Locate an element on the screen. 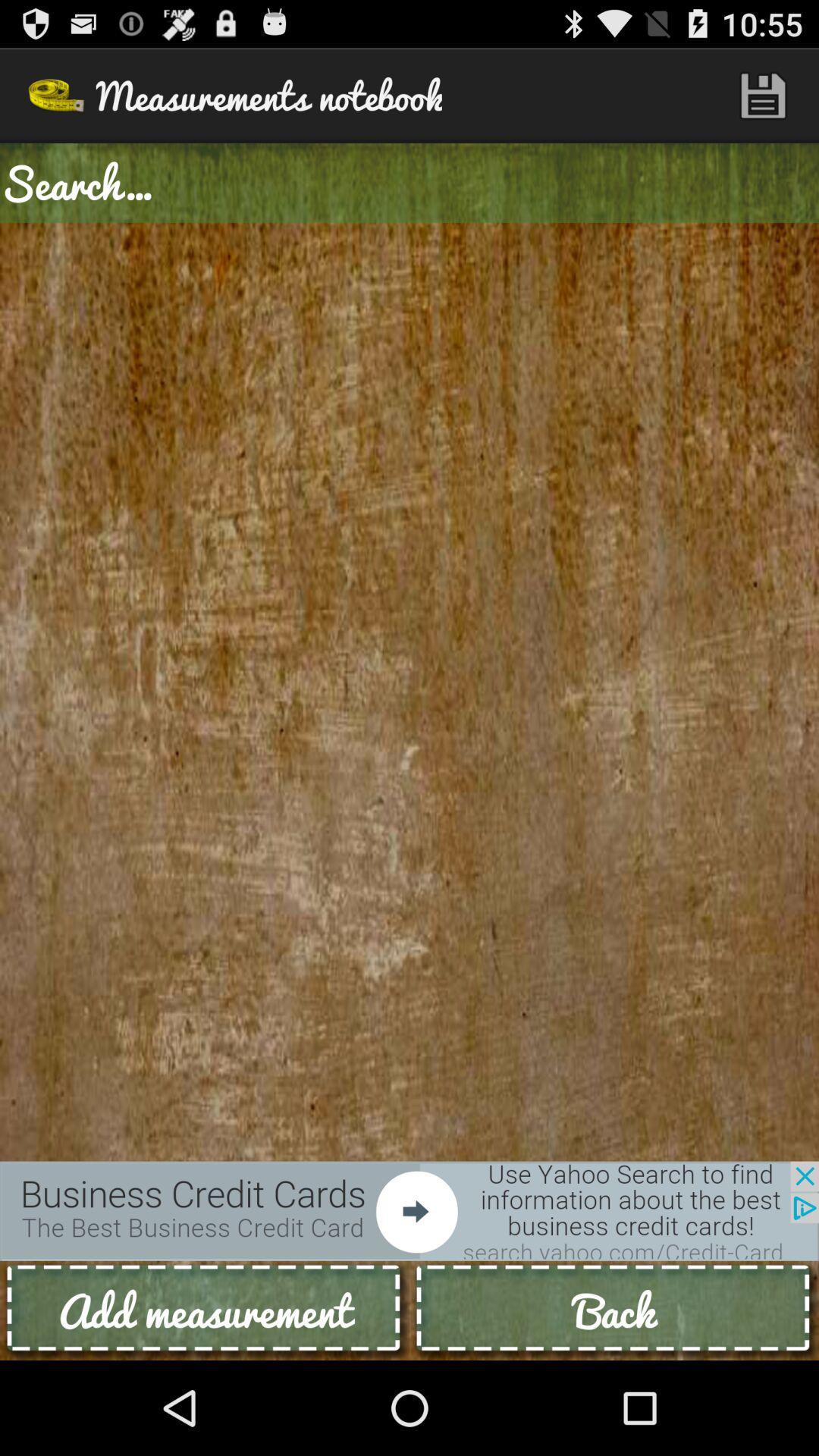 This screenshot has height=1456, width=819. opens webpage is located at coordinates (409, 1210).